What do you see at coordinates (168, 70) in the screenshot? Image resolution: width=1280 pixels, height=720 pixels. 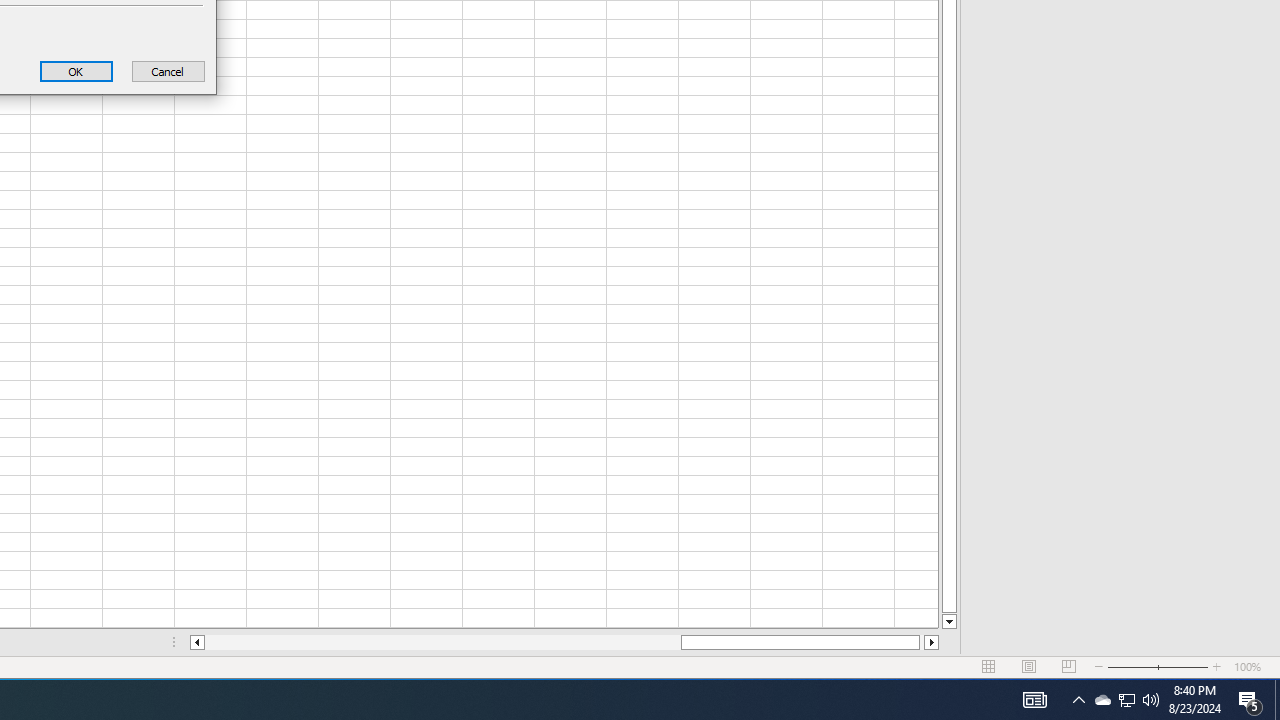 I see `'Cancel'` at bounding box center [168, 70].